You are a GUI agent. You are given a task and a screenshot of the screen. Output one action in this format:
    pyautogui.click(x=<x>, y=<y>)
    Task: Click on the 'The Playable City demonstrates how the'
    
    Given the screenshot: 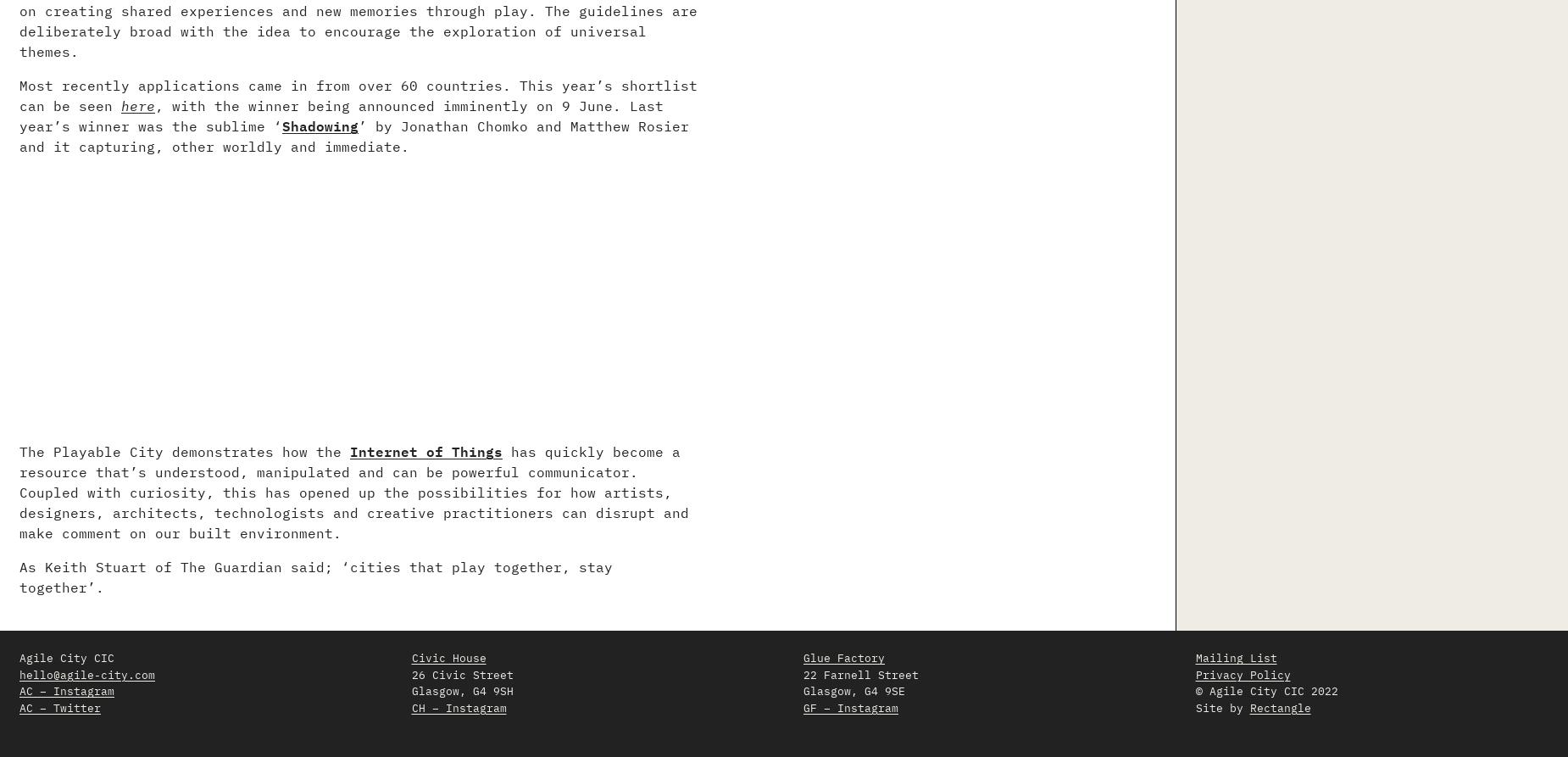 What is the action you would take?
    pyautogui.click(x=183, y=451)
    